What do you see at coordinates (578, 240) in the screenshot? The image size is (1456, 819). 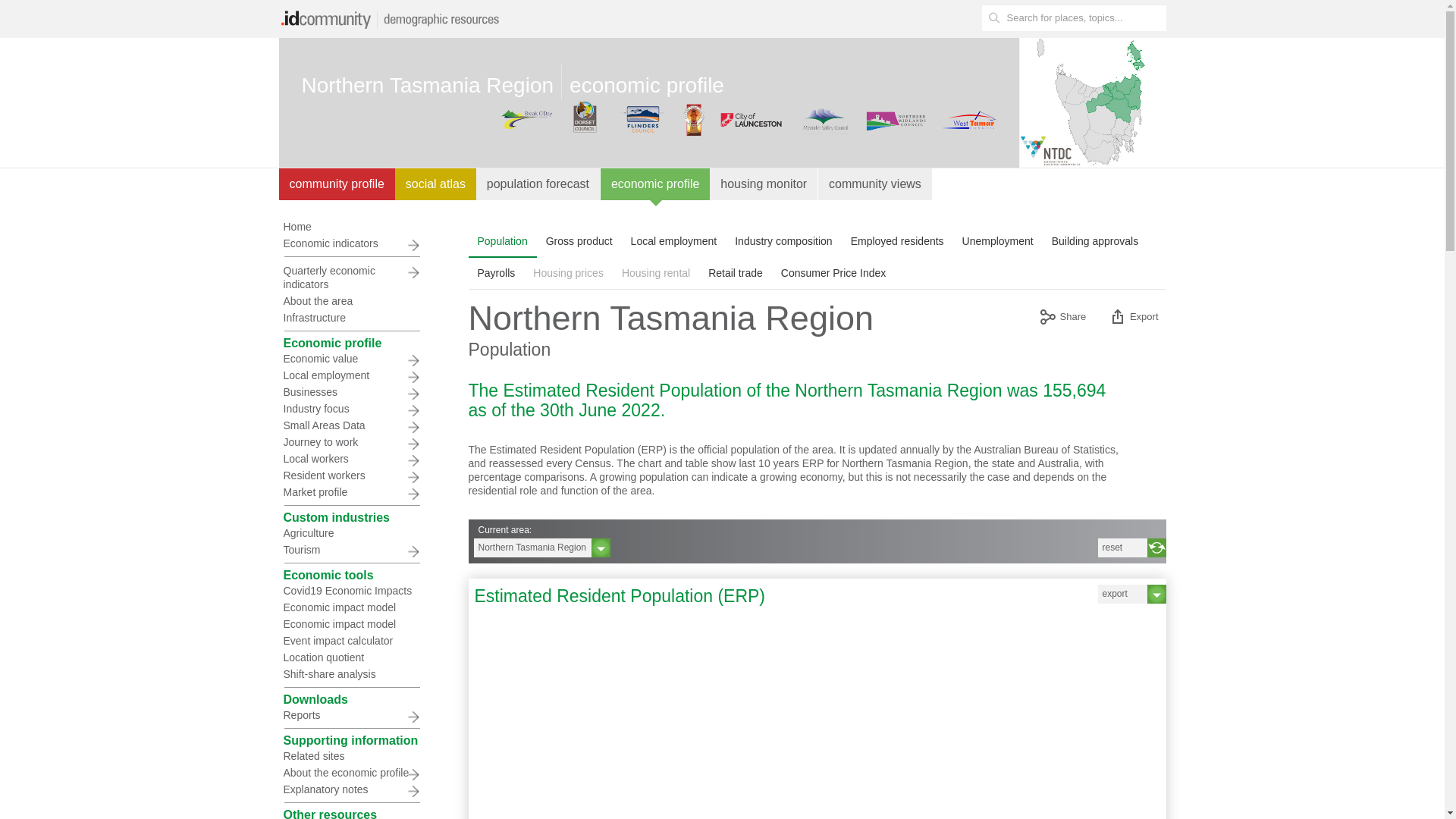 I see `'Gross product'` at bounding box center [578, 240].